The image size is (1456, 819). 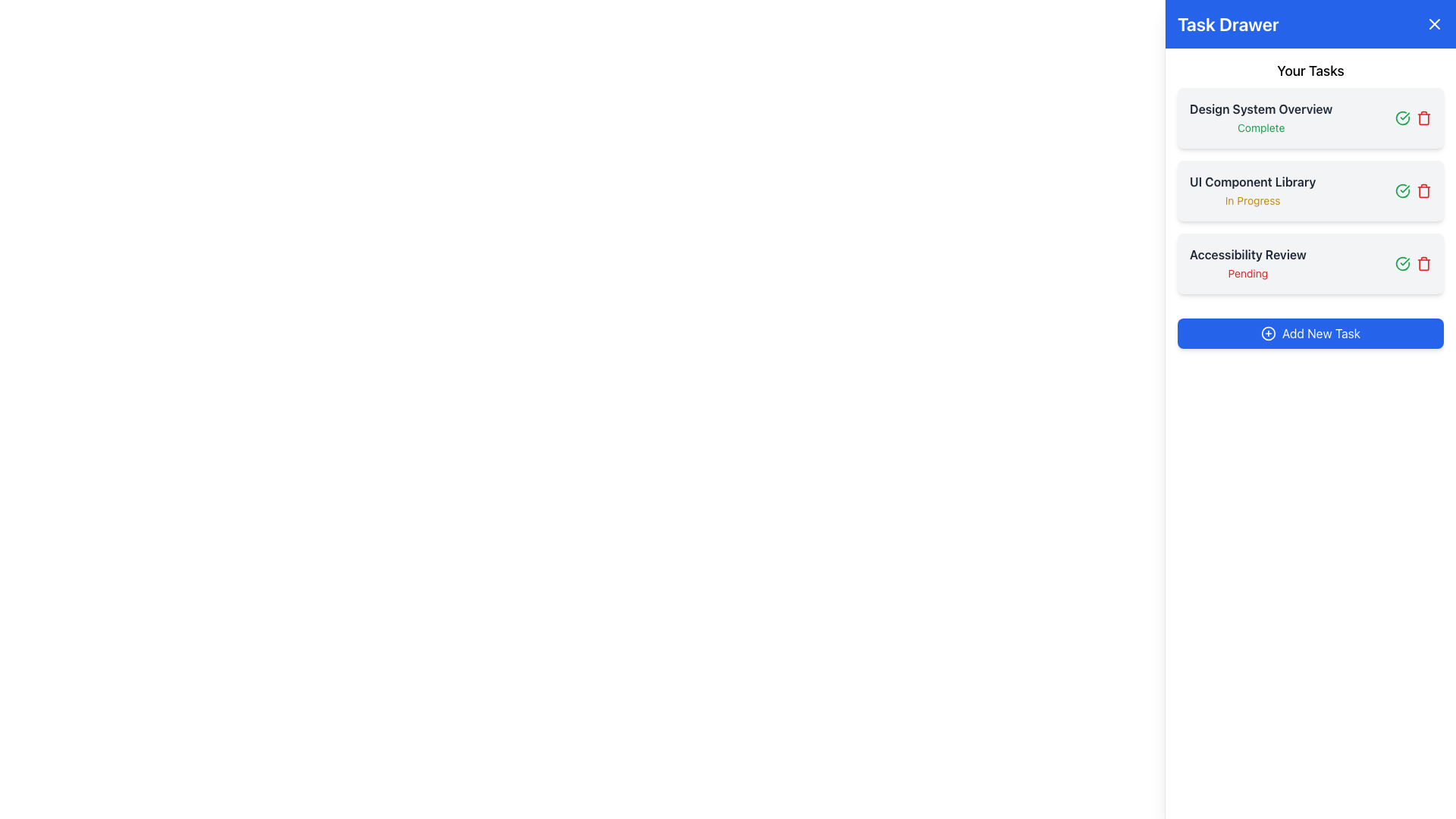 I want to click on the bolded header text 'Task Drawer' which is styled with a white color on a blue background, located at the top of the vertical panel, so click(x=1228, y=24).